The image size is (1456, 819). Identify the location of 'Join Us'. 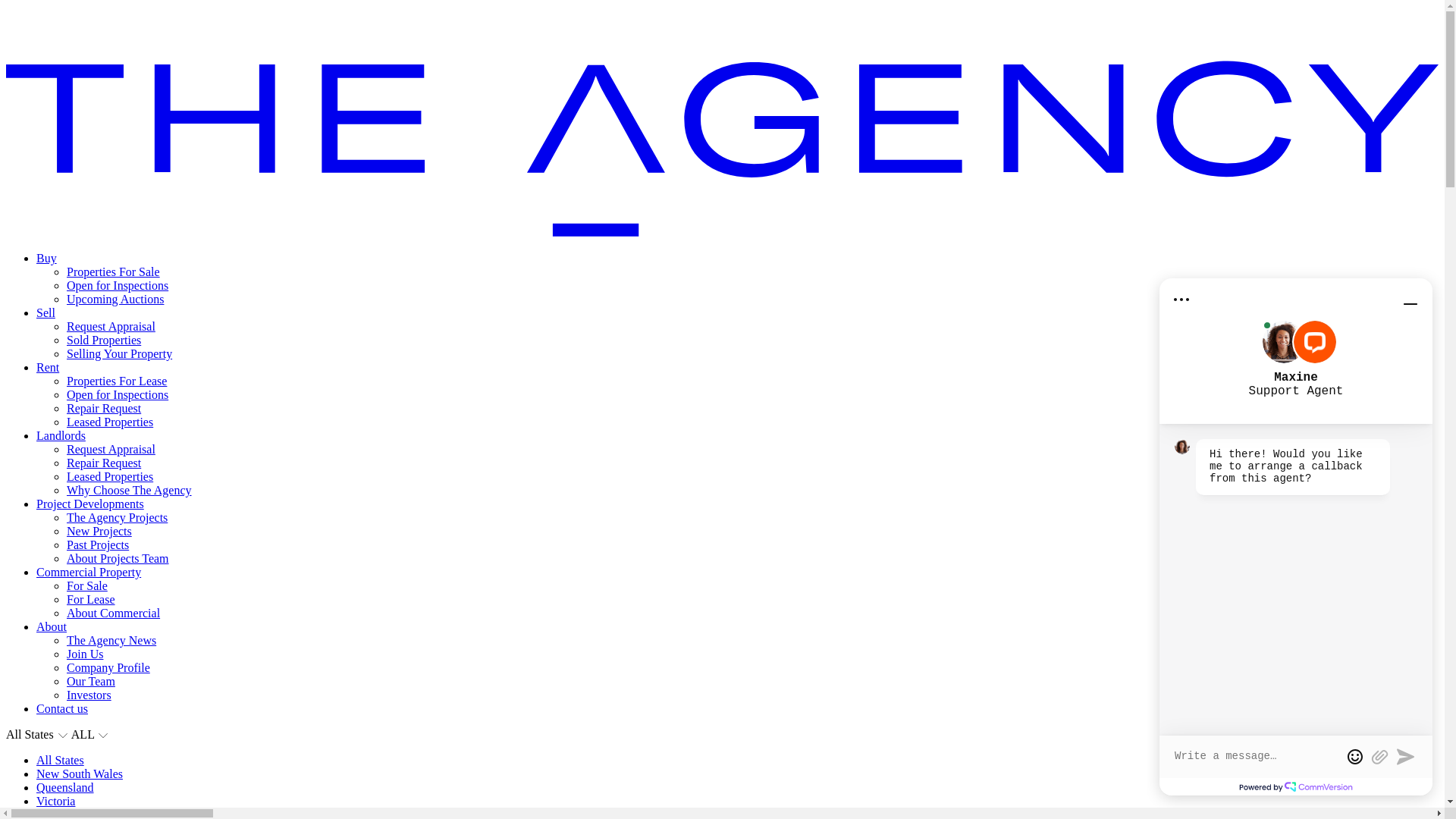
(83, 653).